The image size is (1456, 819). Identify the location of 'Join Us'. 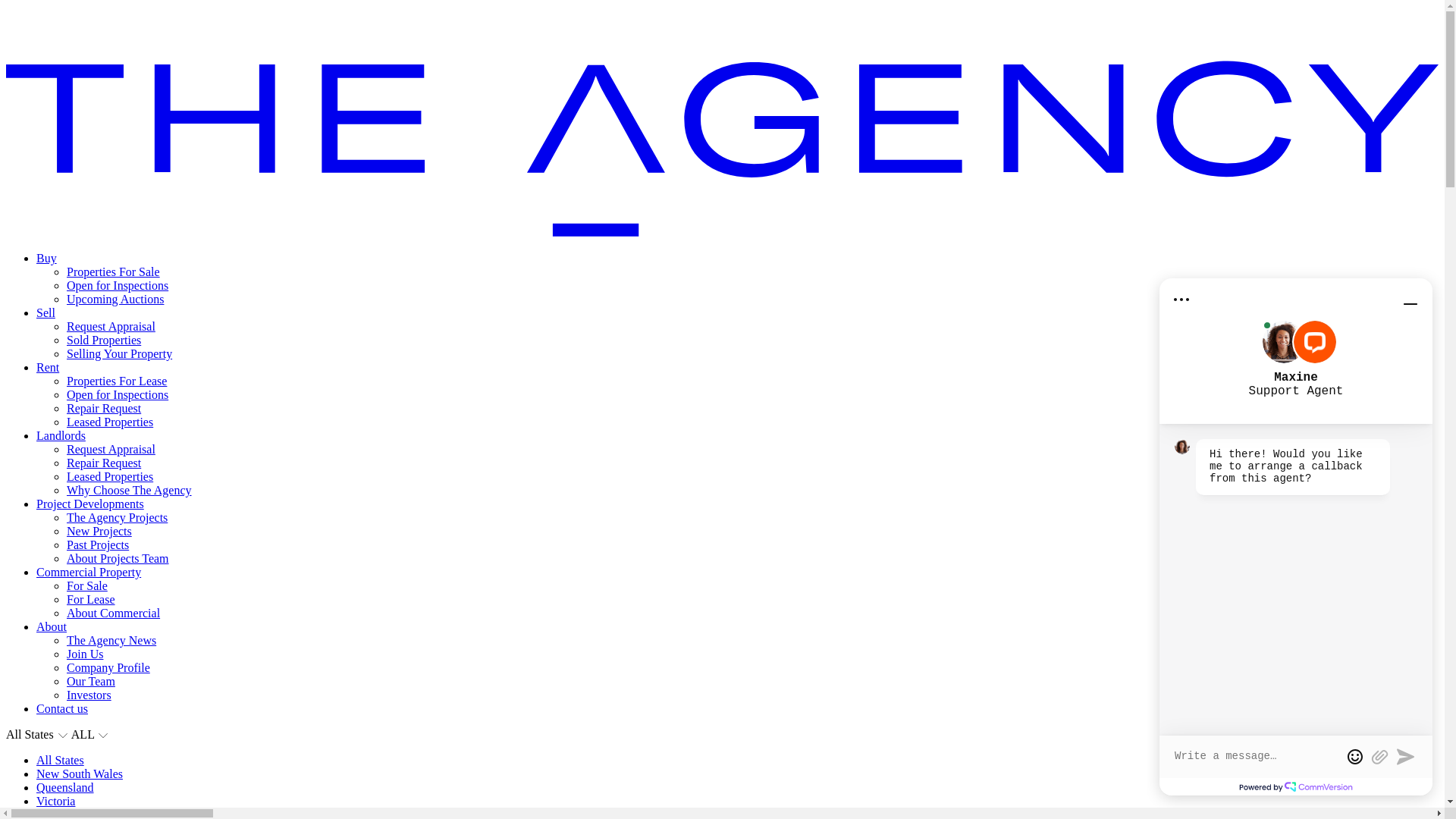
(83, 653).